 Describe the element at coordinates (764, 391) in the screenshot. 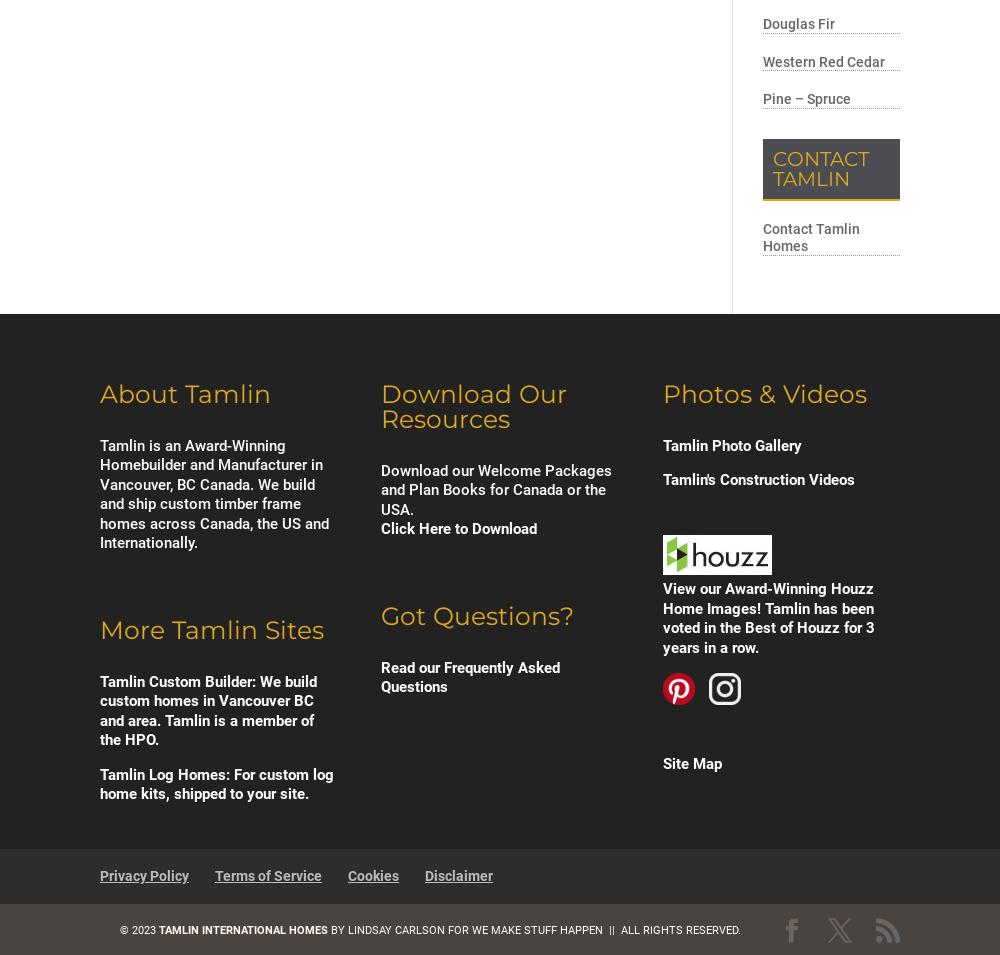

I see `'Photos & Videos'` at that location.